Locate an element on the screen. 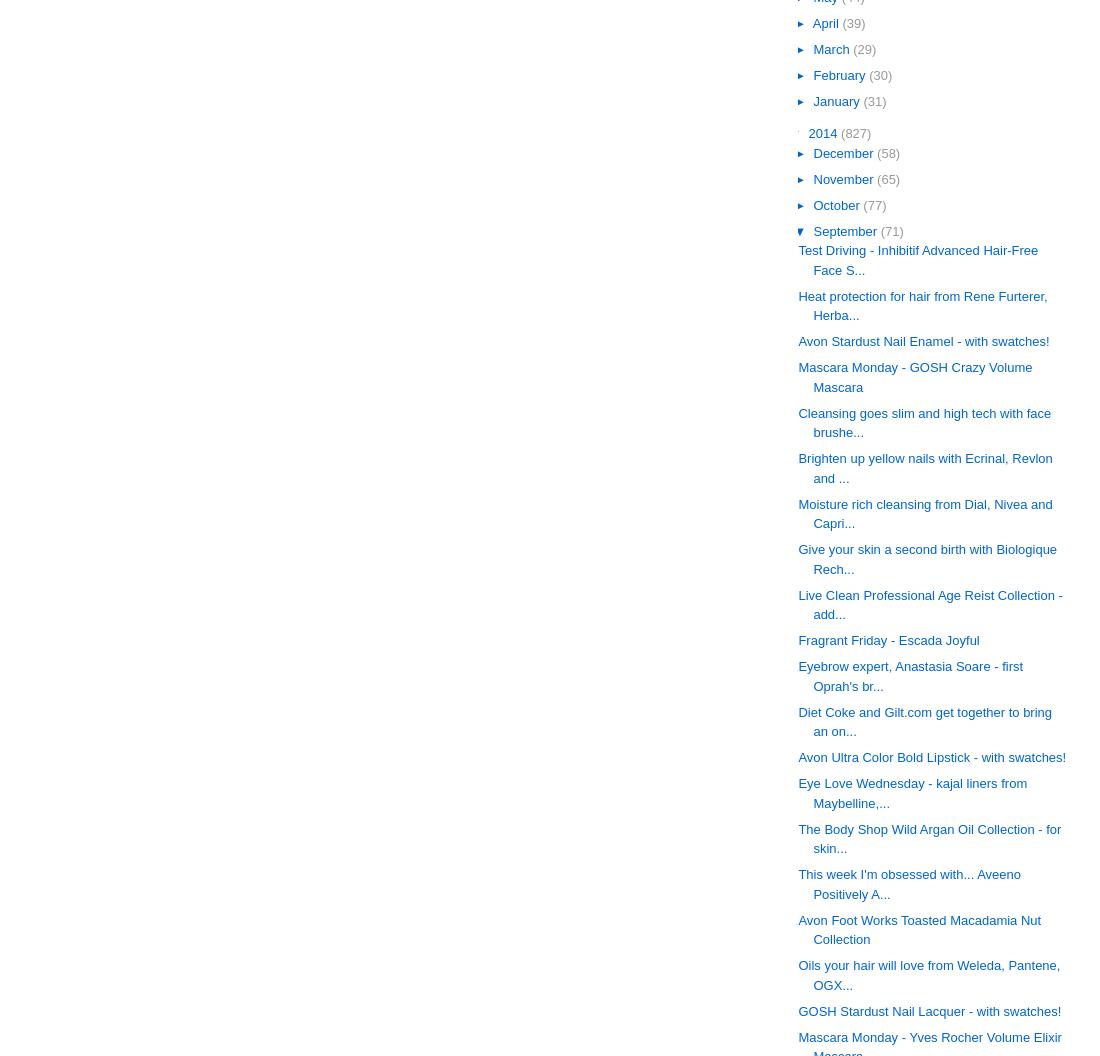  '(71)' is located at coordinates (890, 229).